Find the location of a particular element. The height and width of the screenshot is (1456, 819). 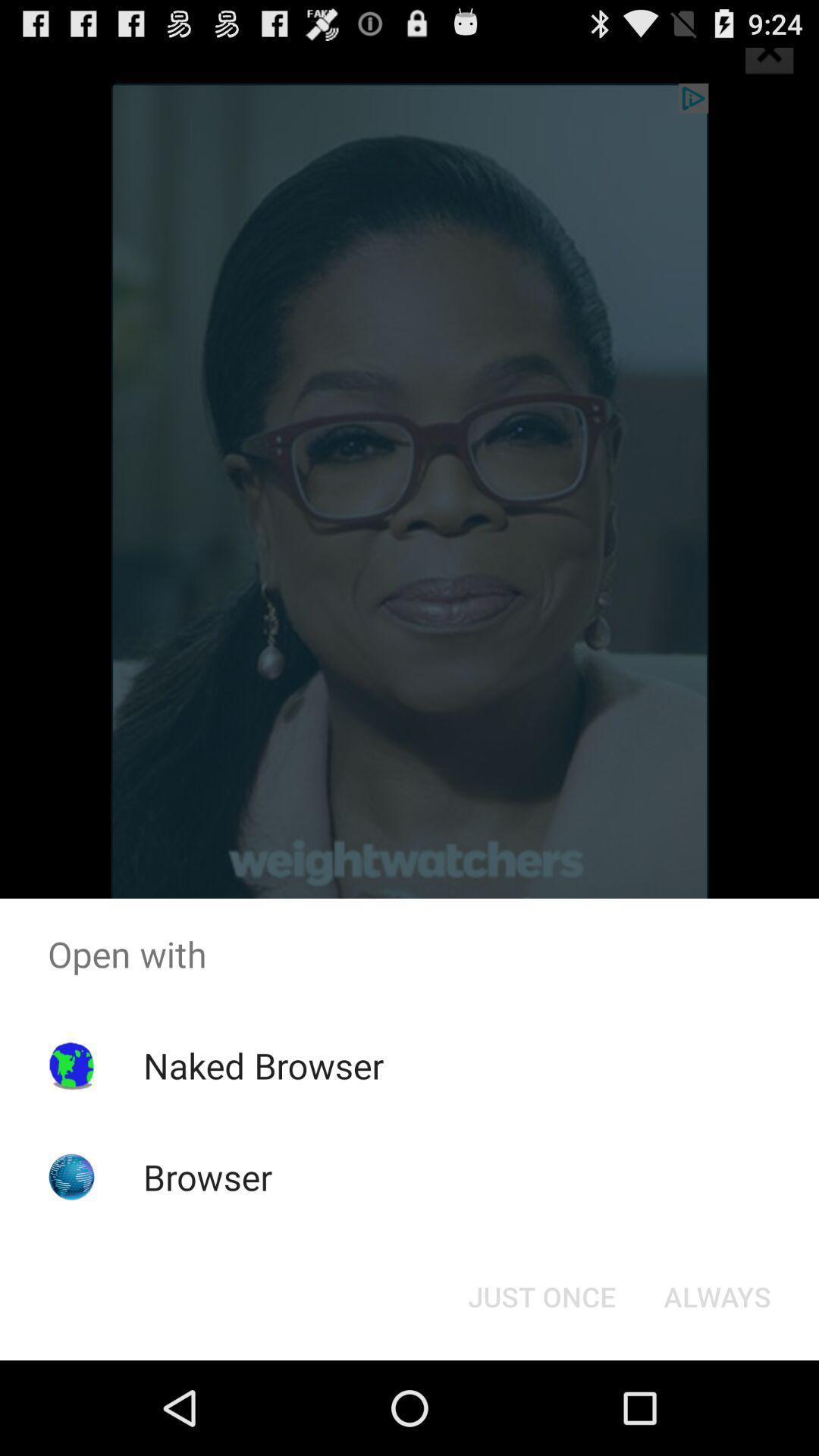

just once item is located at coordinates (541, 1295).